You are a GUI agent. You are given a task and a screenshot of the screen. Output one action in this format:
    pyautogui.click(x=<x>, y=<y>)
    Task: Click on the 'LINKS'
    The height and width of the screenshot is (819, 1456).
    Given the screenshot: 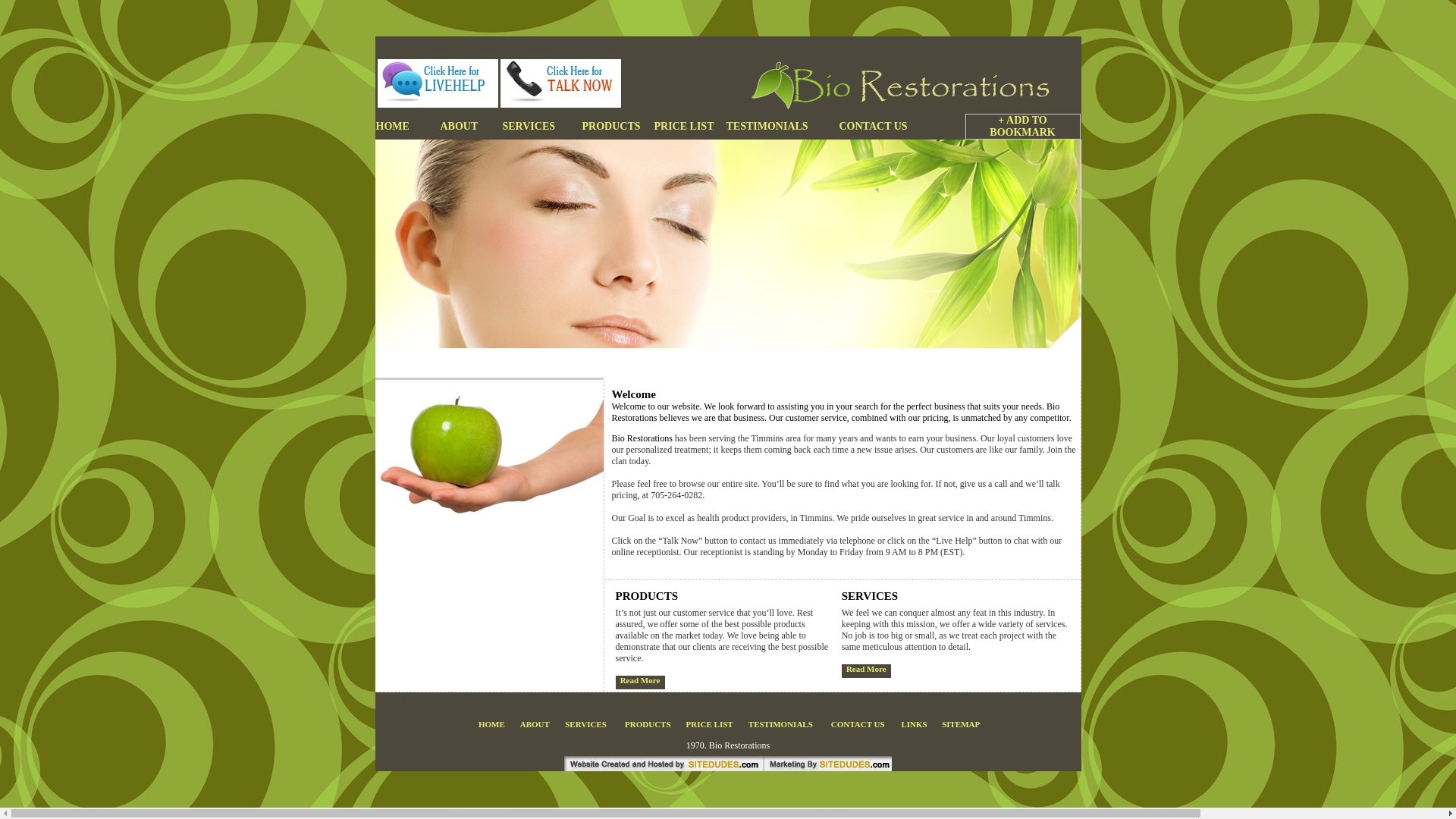 What is the action you would take?
    pyautogui.click(x=912, y=723)
    